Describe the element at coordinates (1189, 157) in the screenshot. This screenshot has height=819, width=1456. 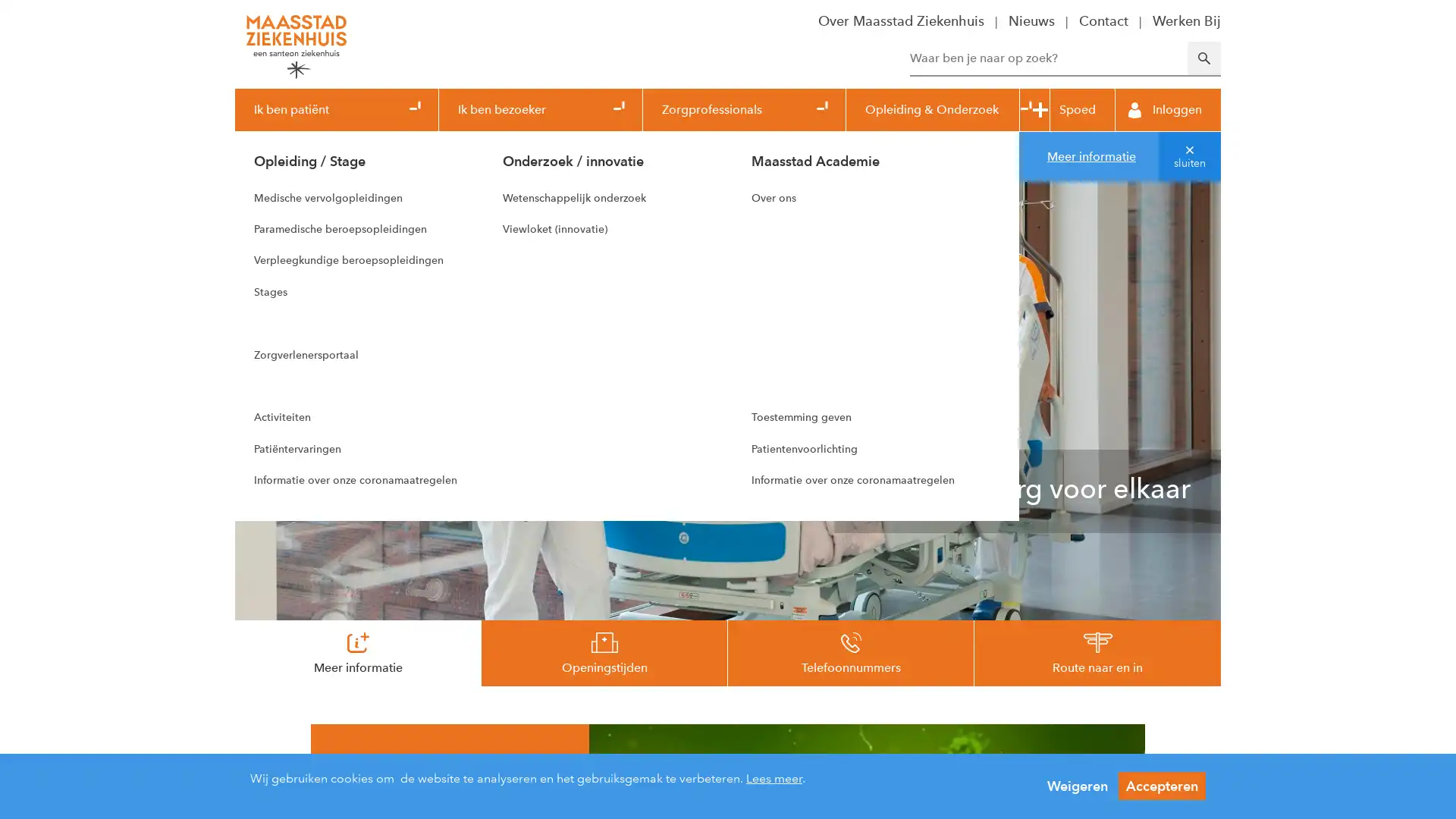
I see `sluiten van melding` at that location.